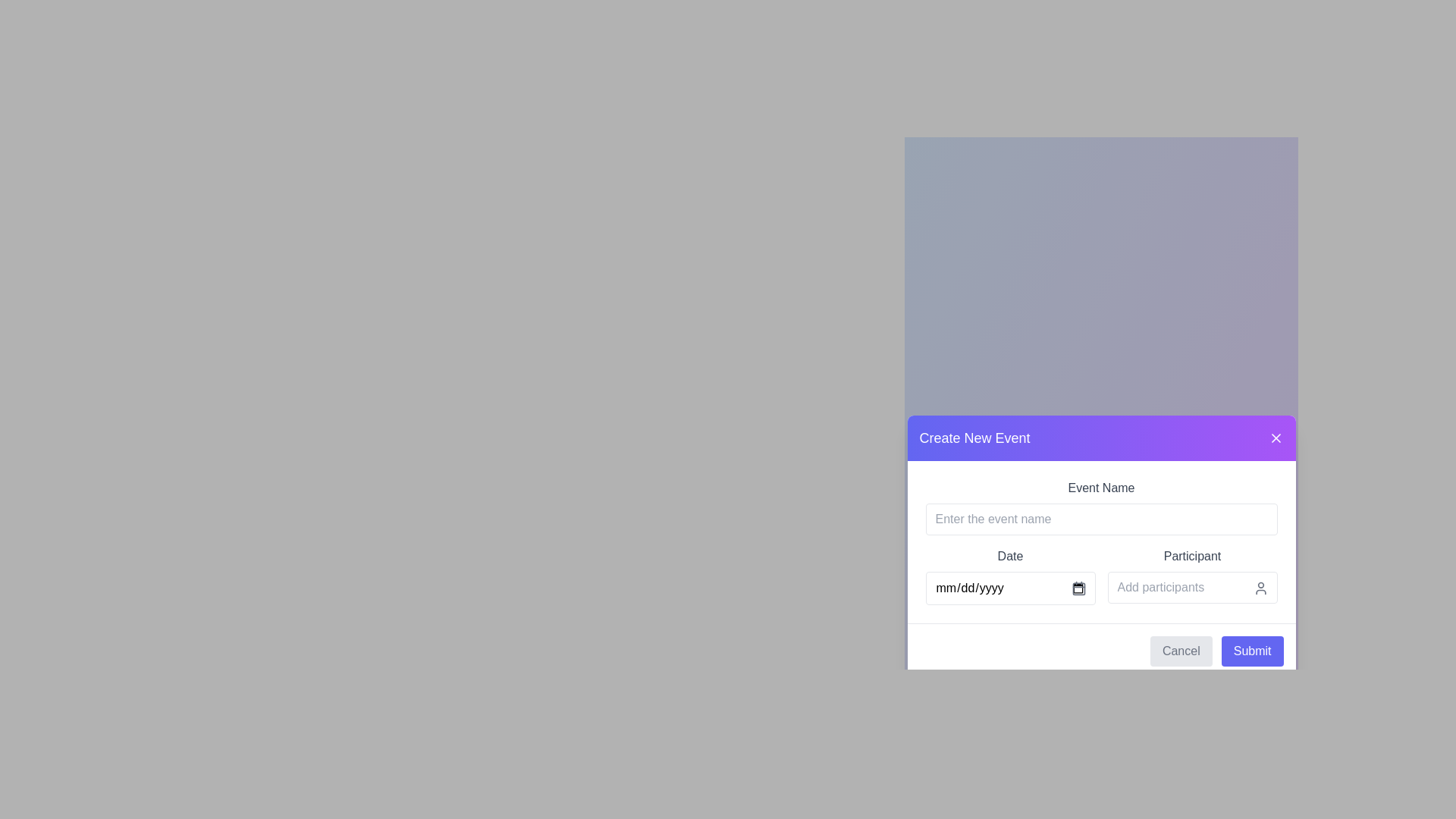  I want to click on the 'Cancel' button, which is a rectangular button with a light gray background and darker gray 'Cancel' text, located in the modal dialog titled 'Create New Event.', so click(1180, 650).